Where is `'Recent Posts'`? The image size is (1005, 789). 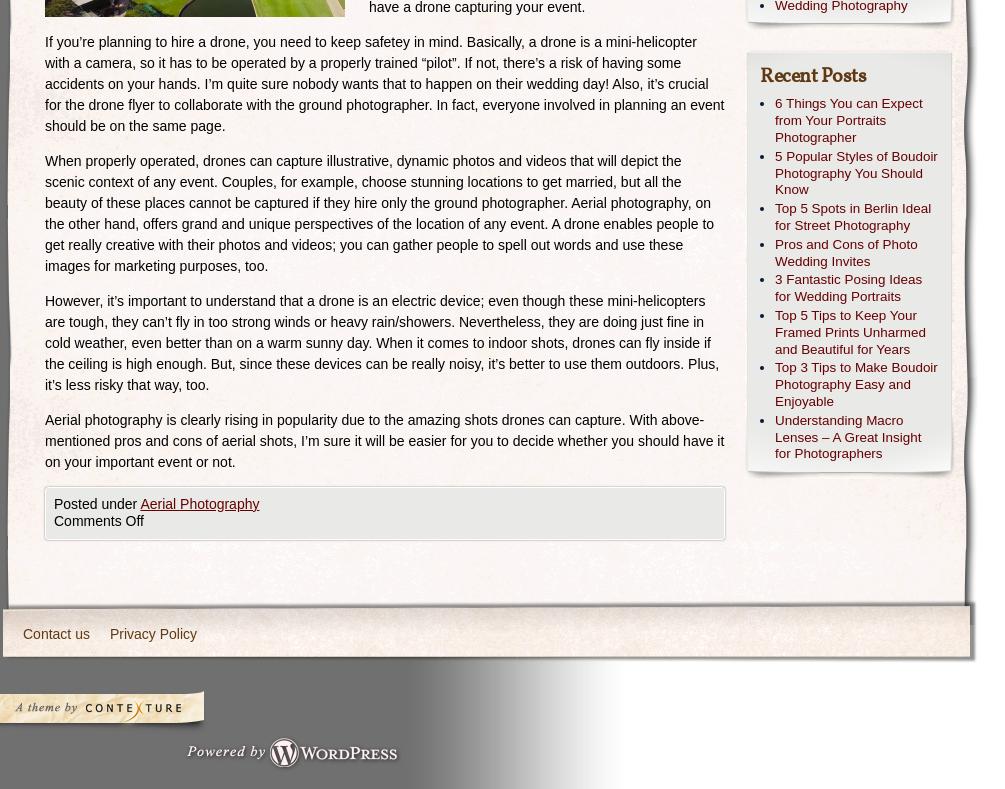 'Recent Posts' is located at coordinates (813, 76).